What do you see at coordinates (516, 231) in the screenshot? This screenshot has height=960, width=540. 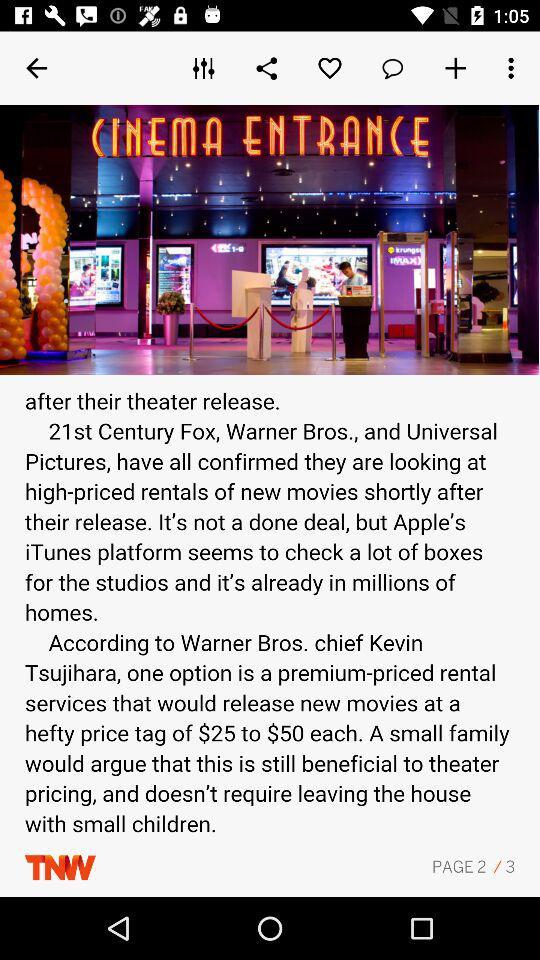 I see `the more icon` at bounding box center [516, 231].